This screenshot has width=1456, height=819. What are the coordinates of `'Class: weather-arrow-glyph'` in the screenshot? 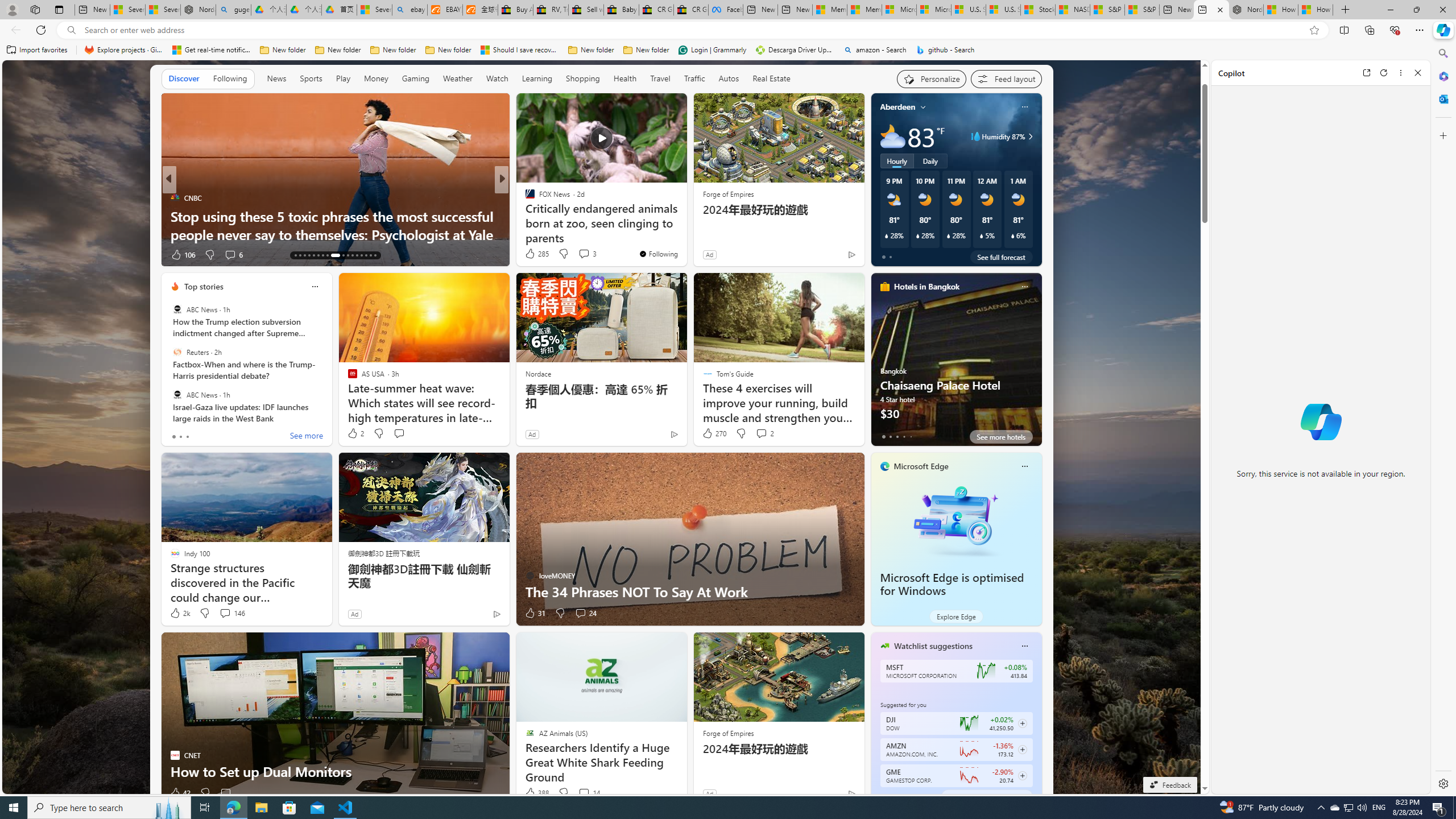 It's located at (1029, 135).